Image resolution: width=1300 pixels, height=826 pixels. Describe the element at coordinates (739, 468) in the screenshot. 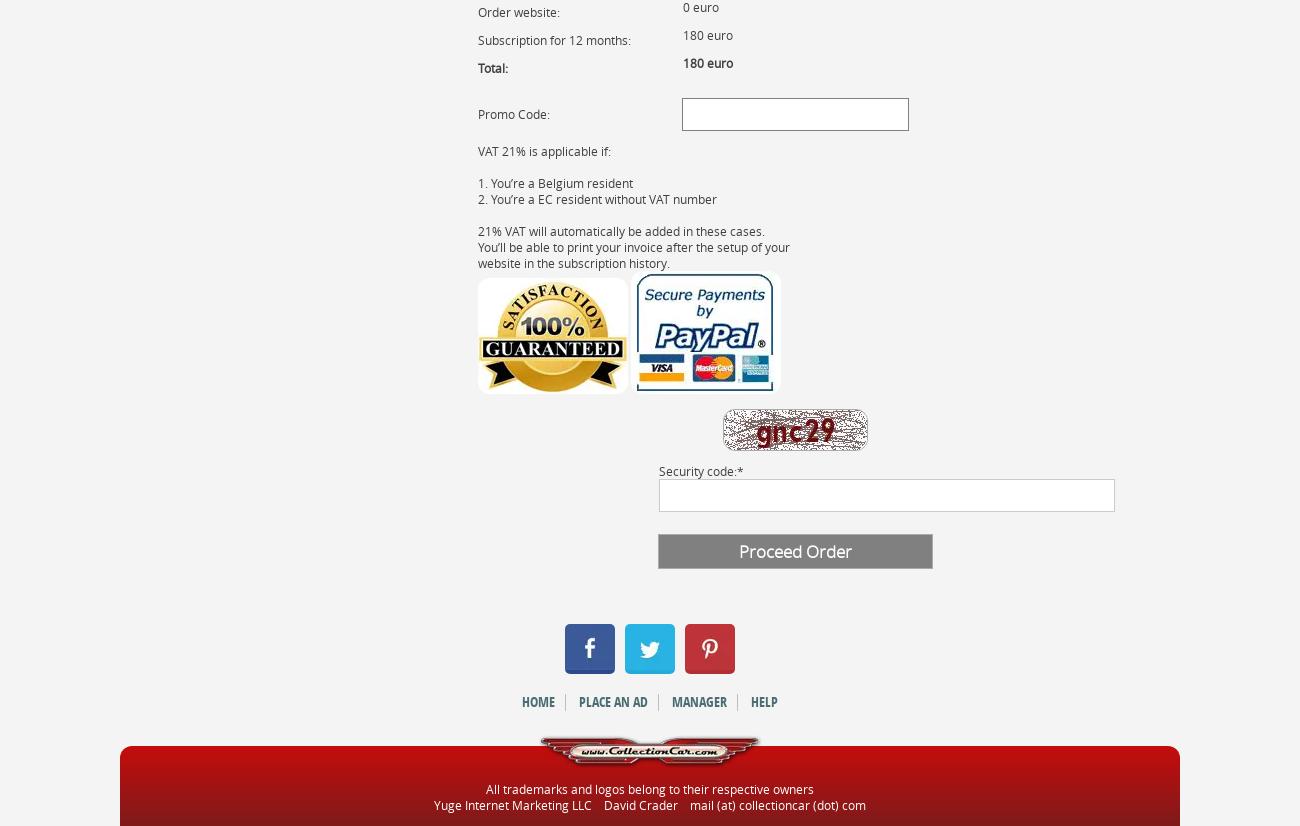

I see `'*'` at that location.